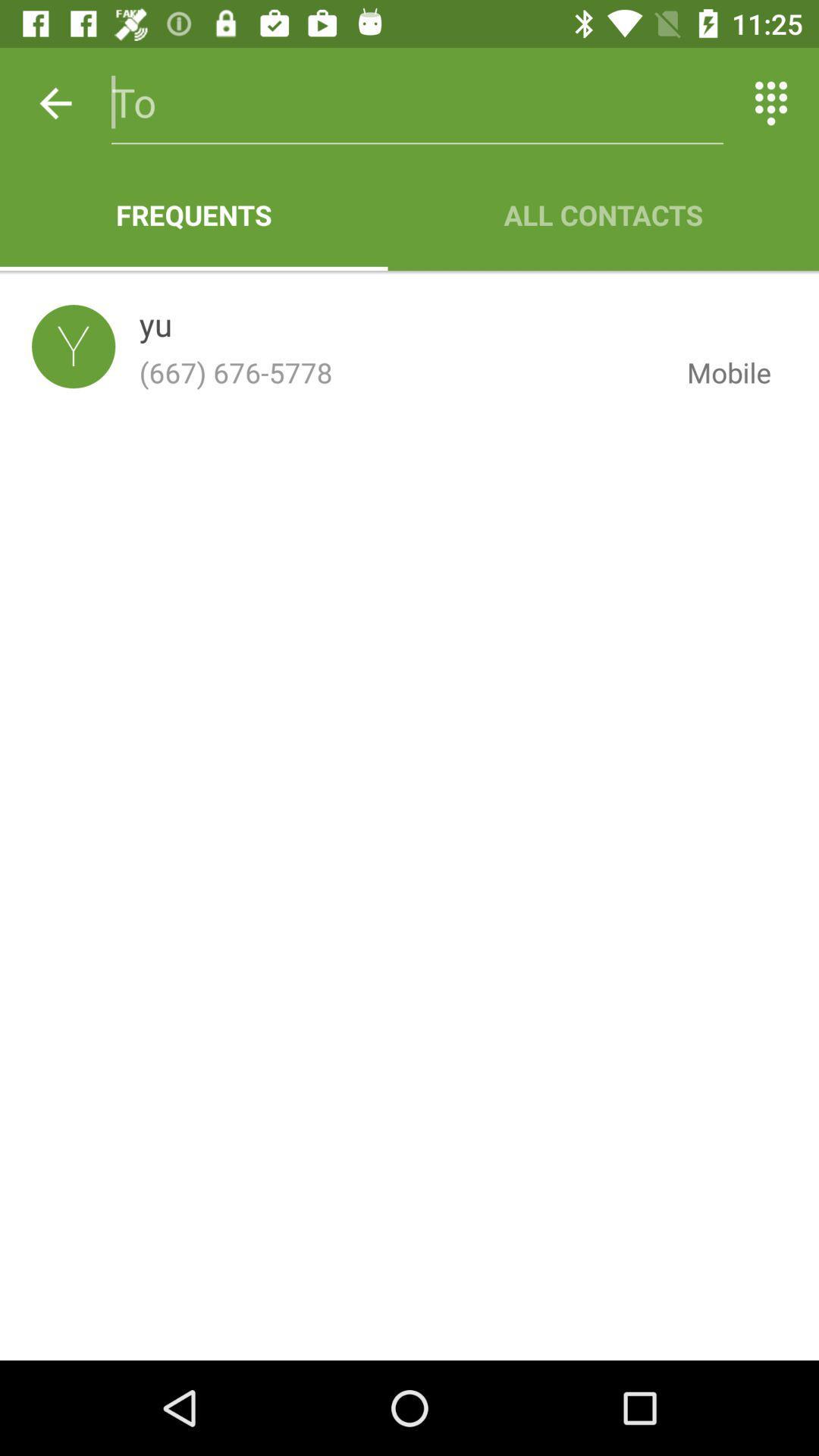  What do you see at coordinates (717, 372) in the screenshot?
I see `icon to the right of the (667) 676-5778 item` at bounding box center [717, 372].